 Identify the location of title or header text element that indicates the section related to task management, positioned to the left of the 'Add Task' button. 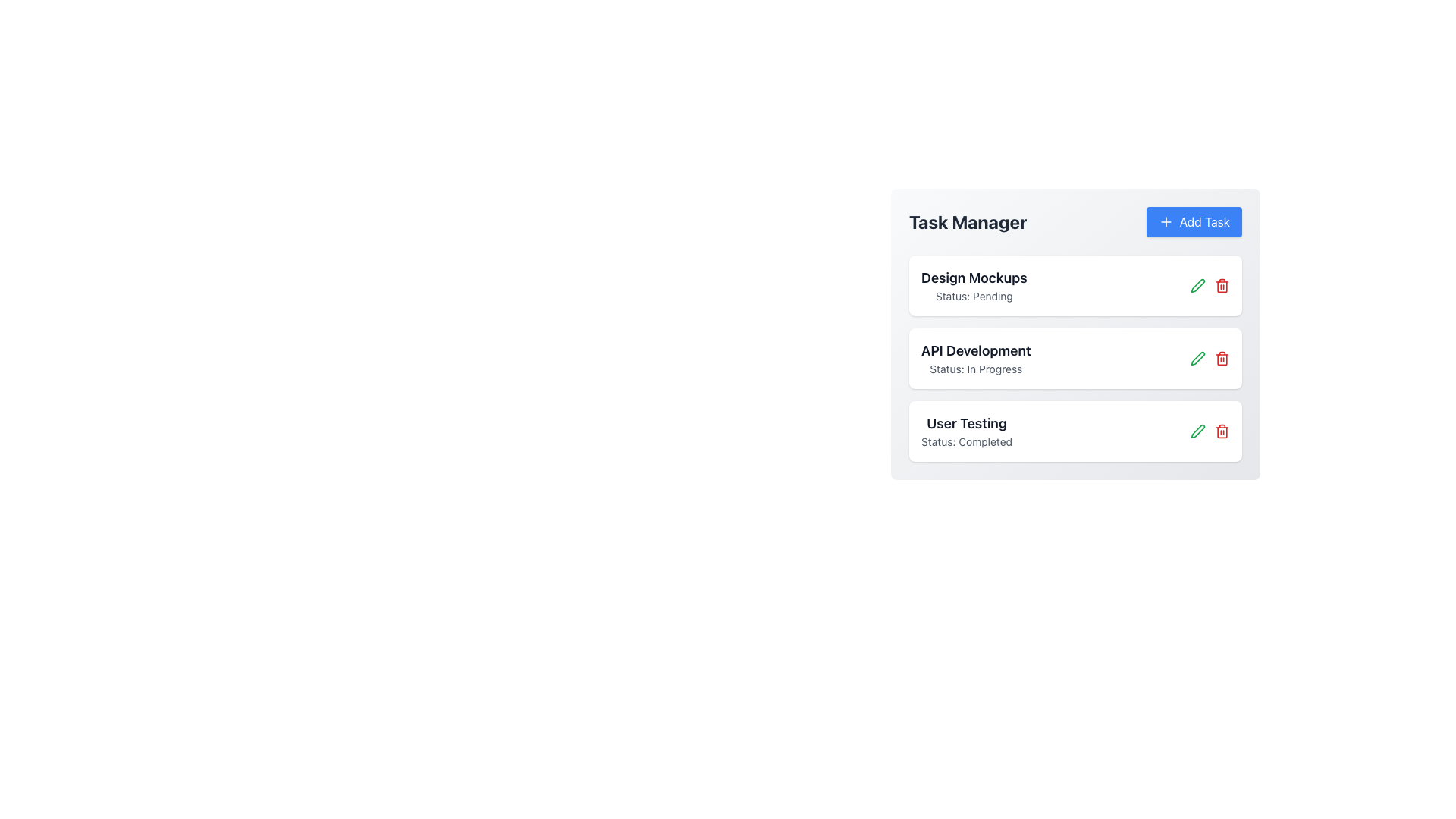
(967, 222).